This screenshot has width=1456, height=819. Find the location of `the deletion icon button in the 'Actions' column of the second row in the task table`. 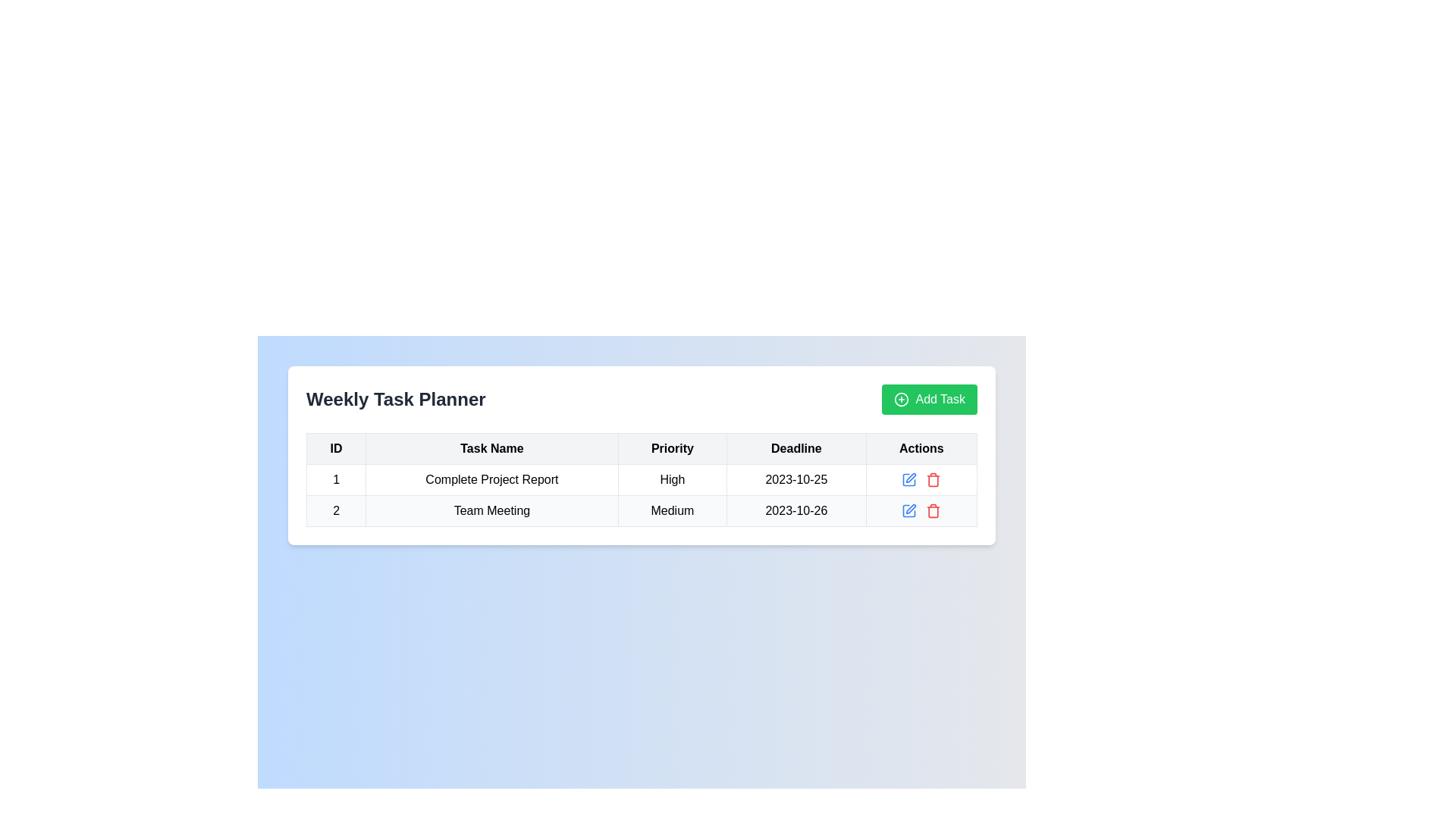

the deletion icon button in the 'Actions' column of the second row in the task table is located at coordinates (933, 479).